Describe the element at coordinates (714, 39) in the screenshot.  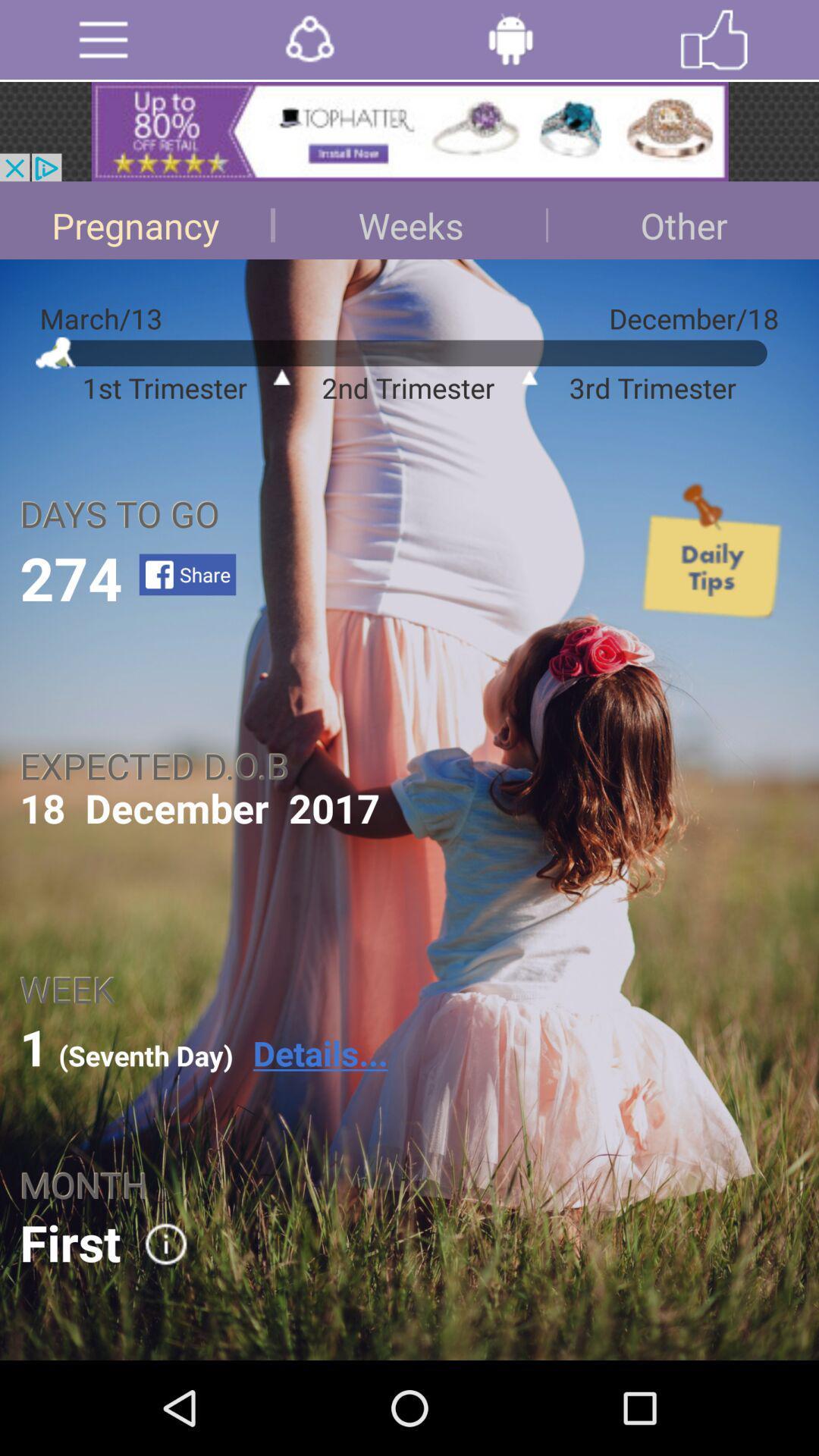
I see `like` at that location.